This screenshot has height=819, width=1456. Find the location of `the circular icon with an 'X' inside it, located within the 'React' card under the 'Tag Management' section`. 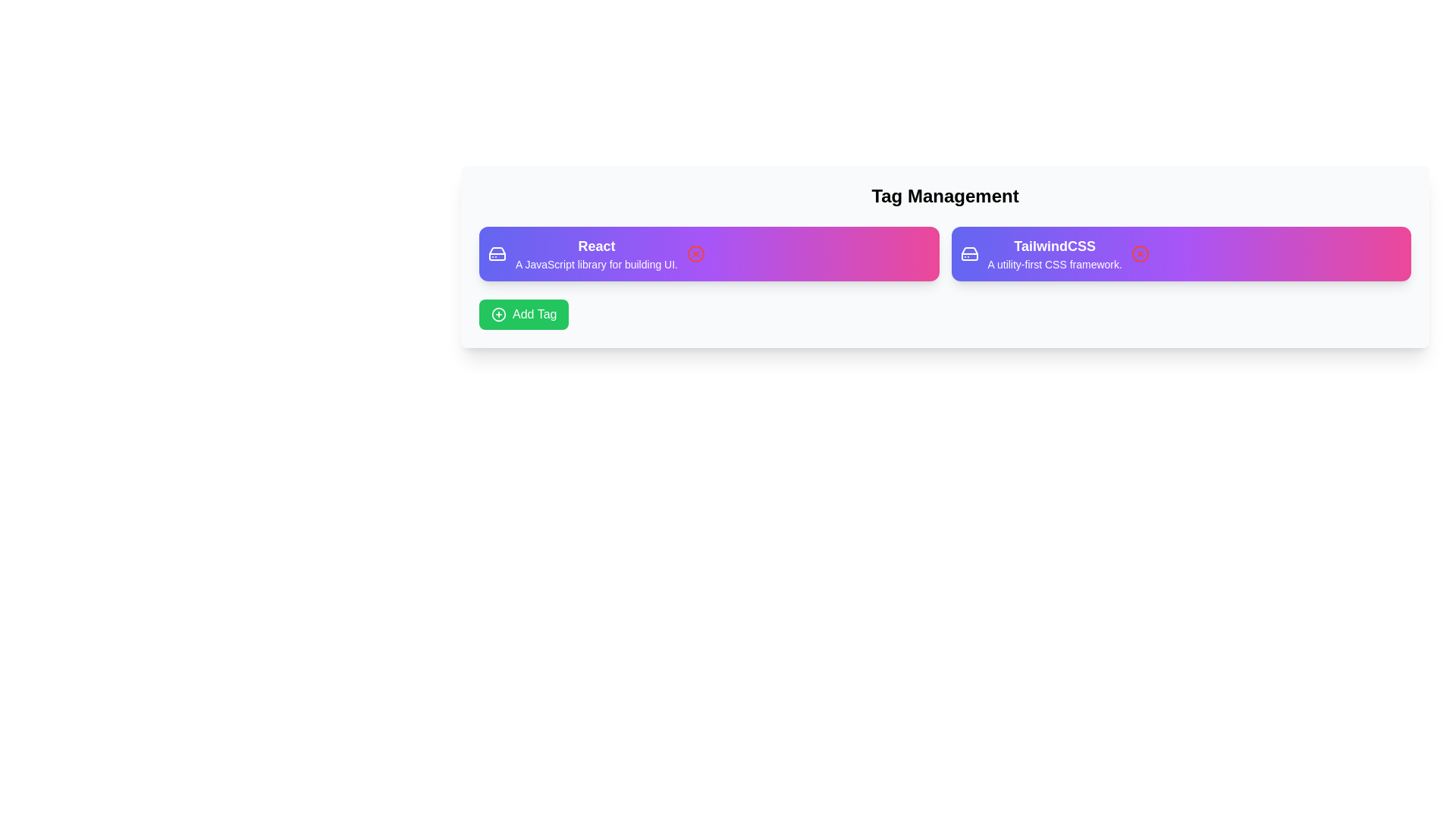

the circular icon with an 'X' inside it, located within the 'React' card under the 'Tag Management' section is located at coordinates (695, 253).